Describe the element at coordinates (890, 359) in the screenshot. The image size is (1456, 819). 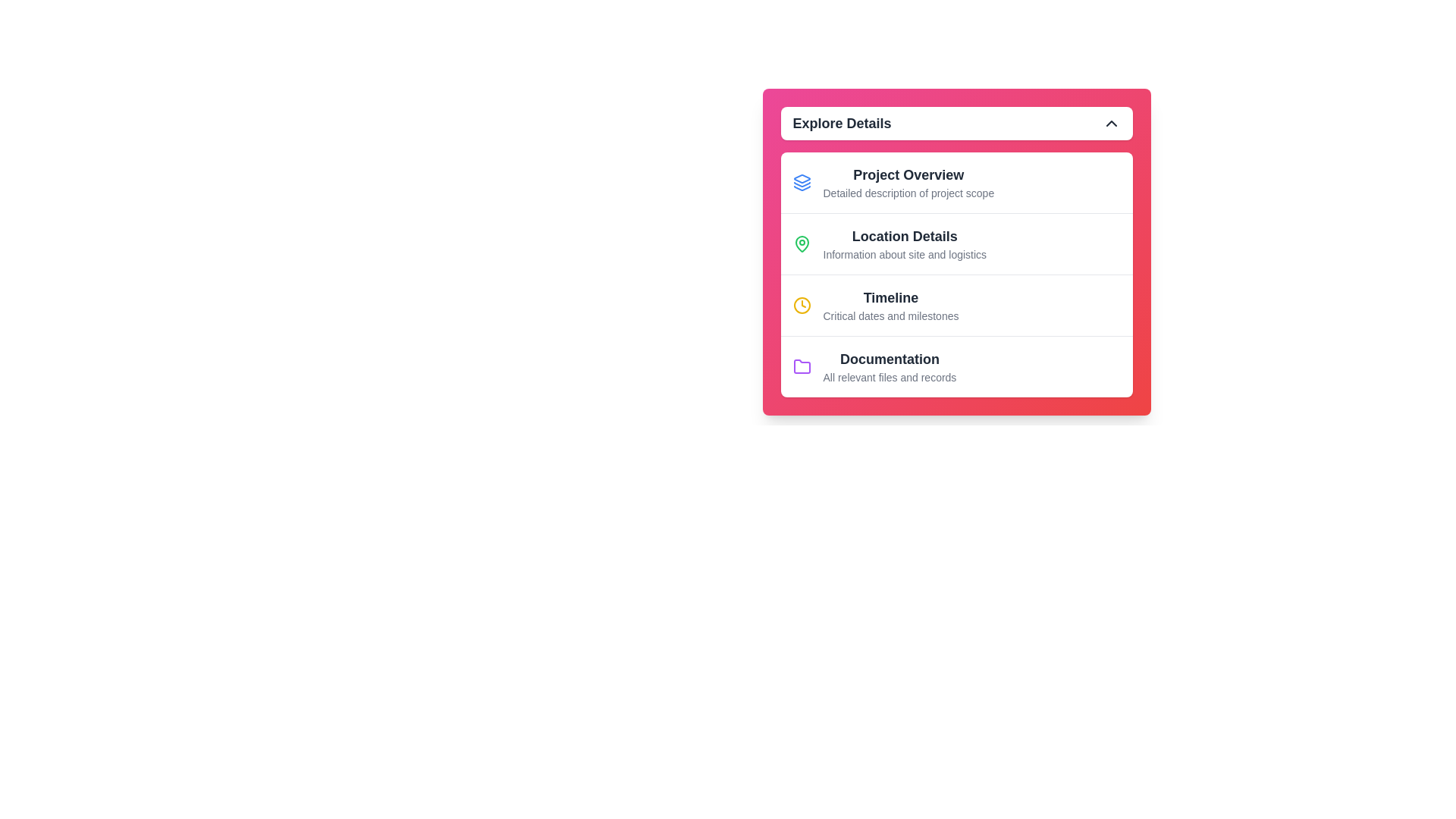
I see `the 'Documentation' text label, which is a prominent title in the fourth section of the 'Explore Details' panel` at that location.